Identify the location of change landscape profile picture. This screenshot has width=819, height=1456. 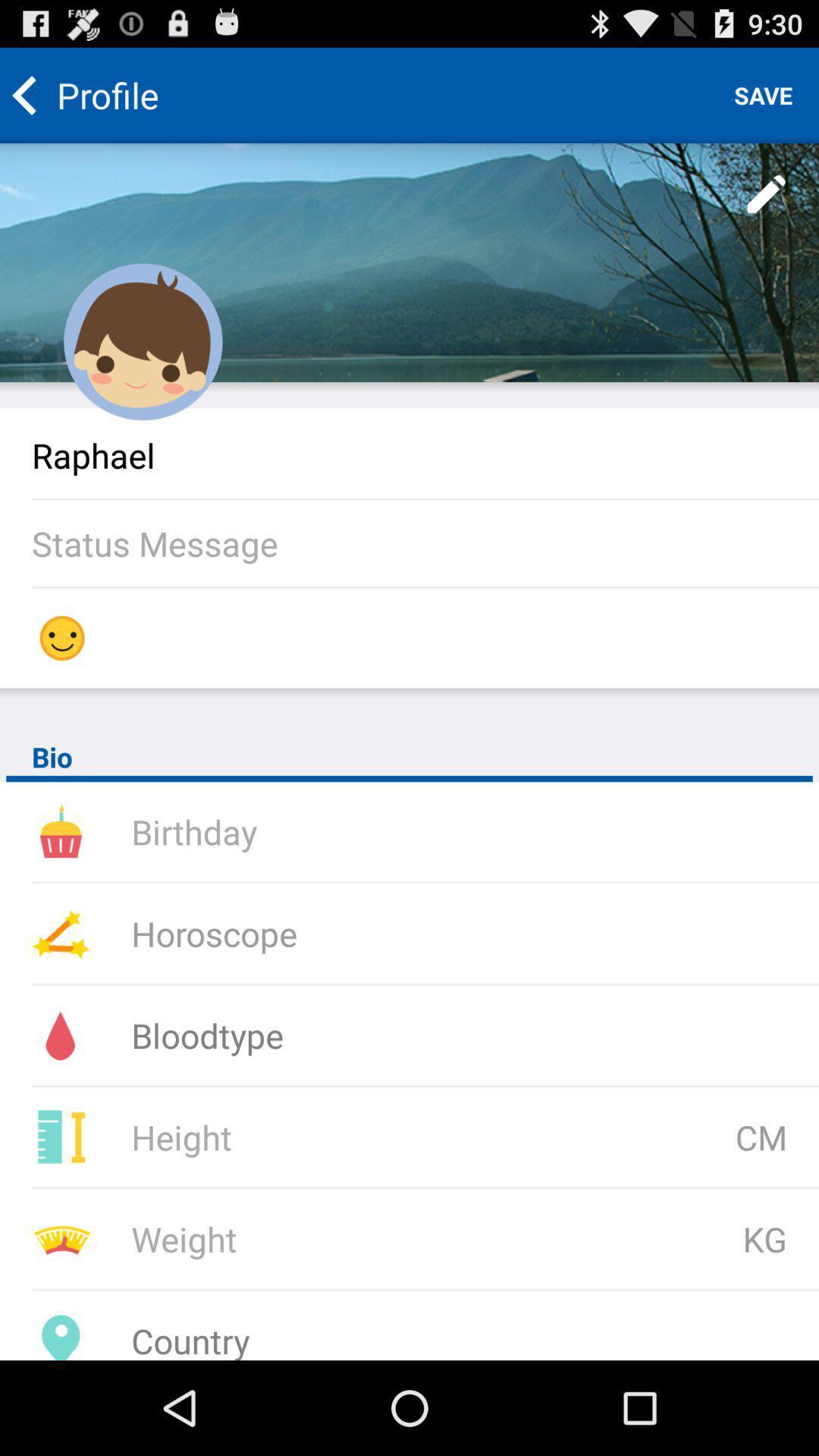
(409, 262).